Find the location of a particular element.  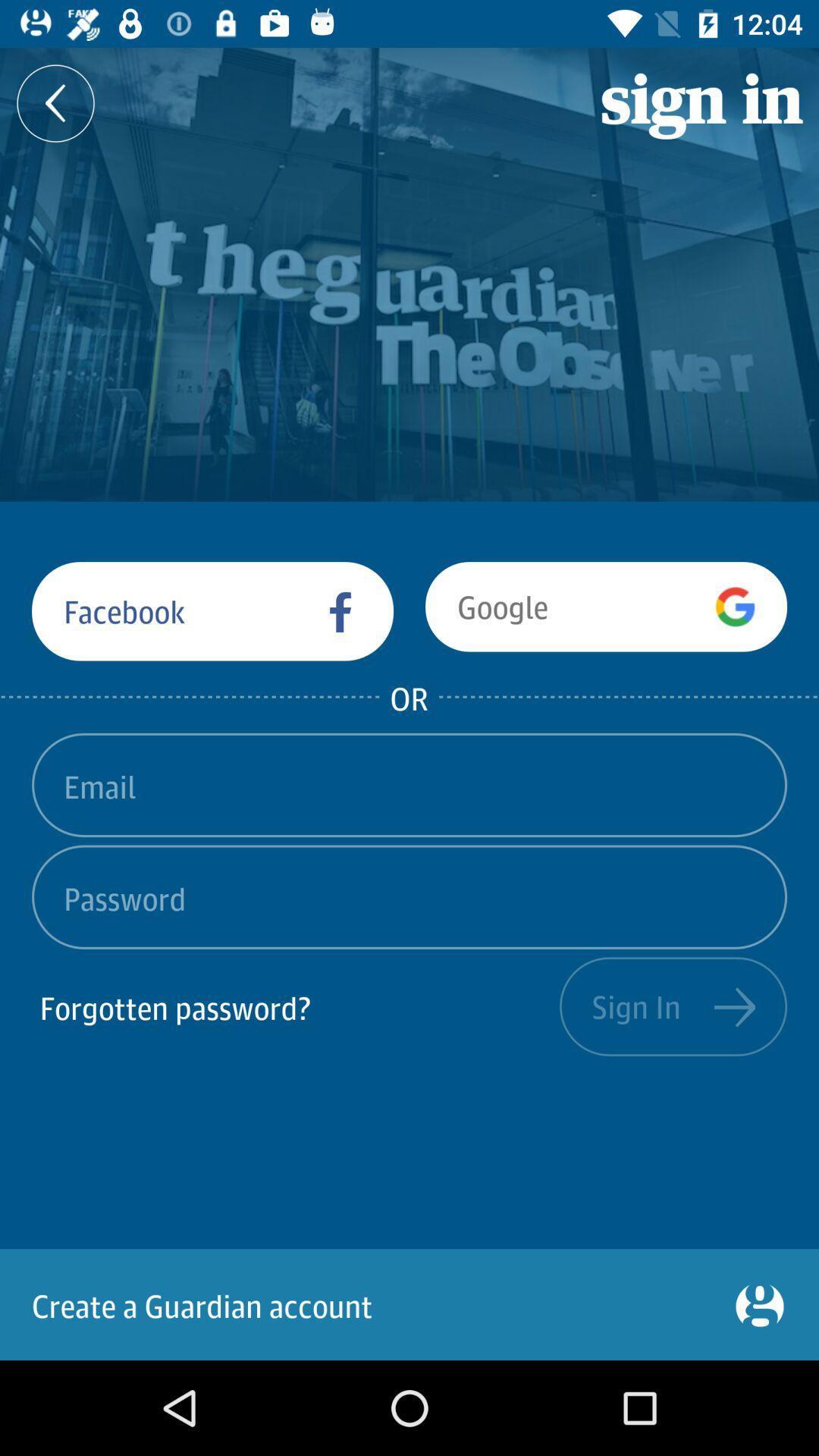

icon above the create a guardian icon is located at coordinates (295, 1006).